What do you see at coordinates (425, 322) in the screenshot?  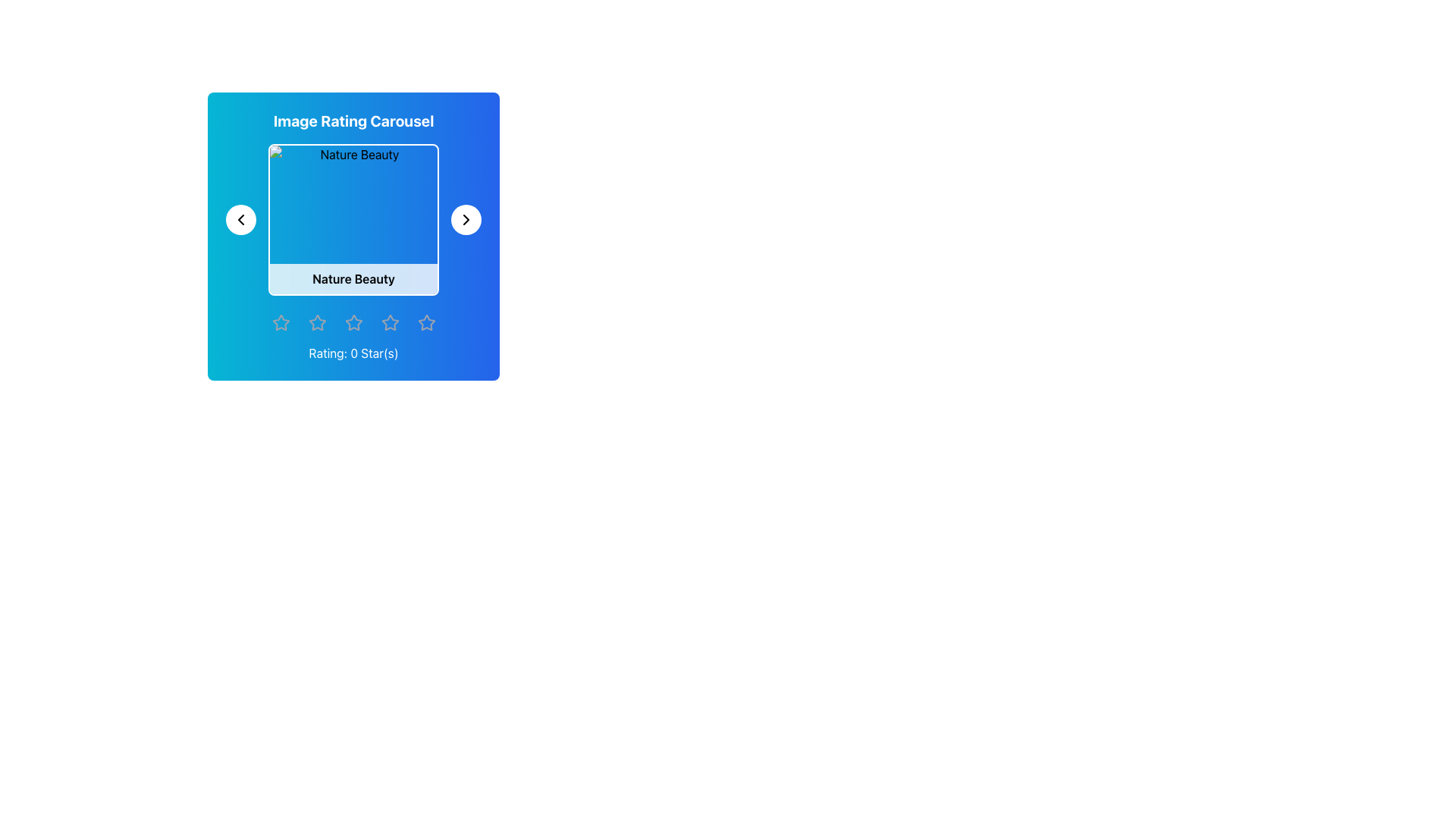 I see `the sixth star in the linear sequence of rating stars at the bottom of the card component` at bounding box center [425, 322].